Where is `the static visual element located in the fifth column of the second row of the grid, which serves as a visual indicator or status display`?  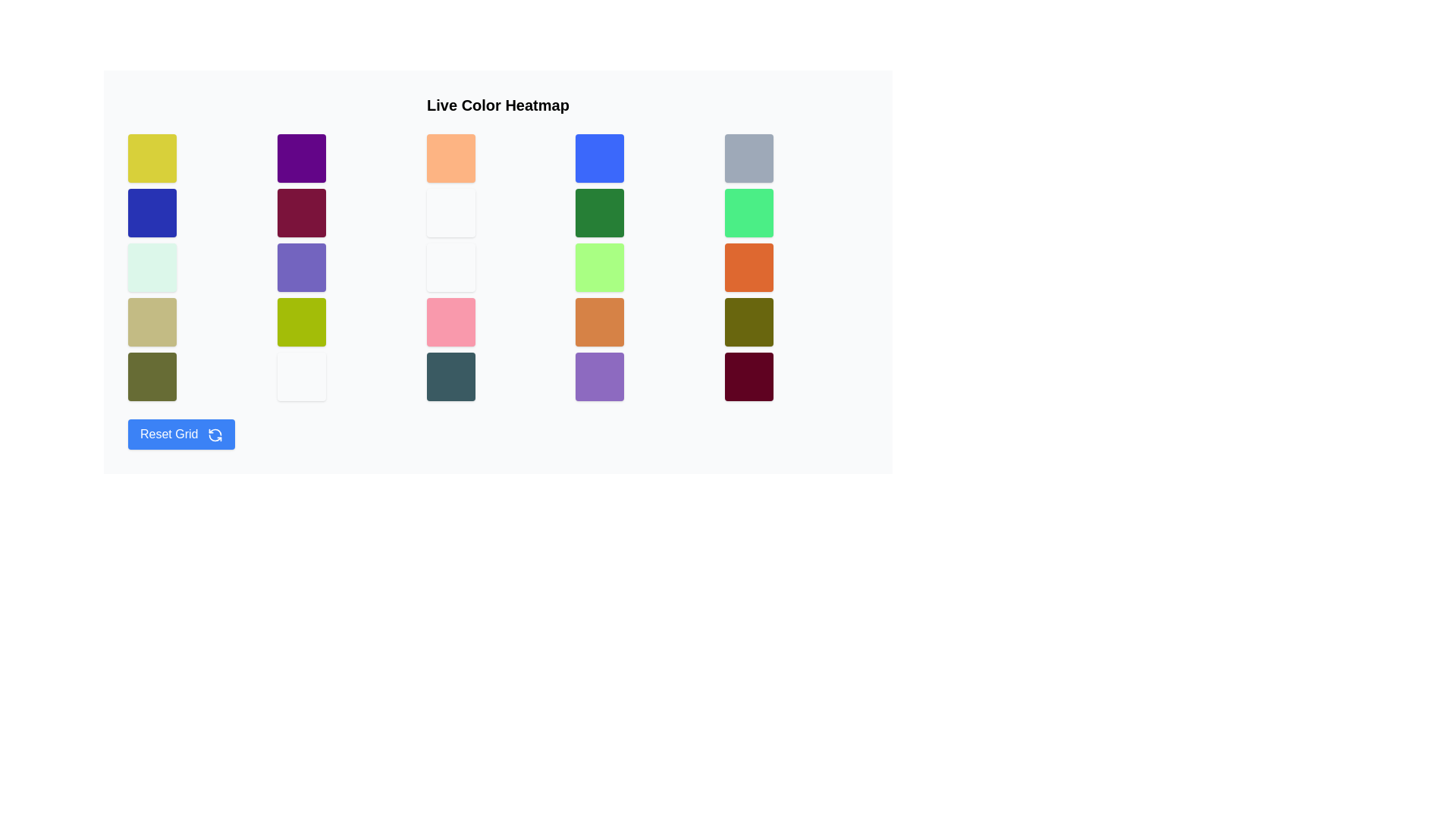
the static visual element located in the fifth column of the second row of the grid, which serves as a visual indicator or status display is located at coordinates (749, 213).